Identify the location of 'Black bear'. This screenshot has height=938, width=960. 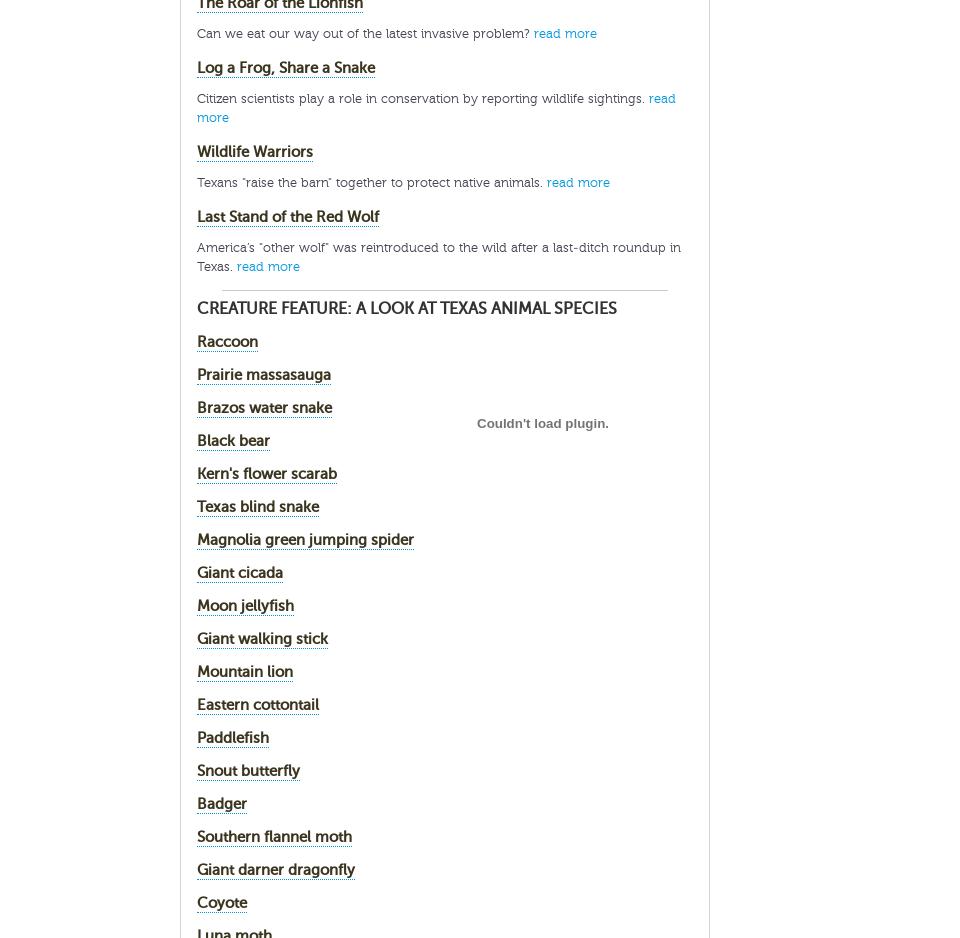
(233, 439).